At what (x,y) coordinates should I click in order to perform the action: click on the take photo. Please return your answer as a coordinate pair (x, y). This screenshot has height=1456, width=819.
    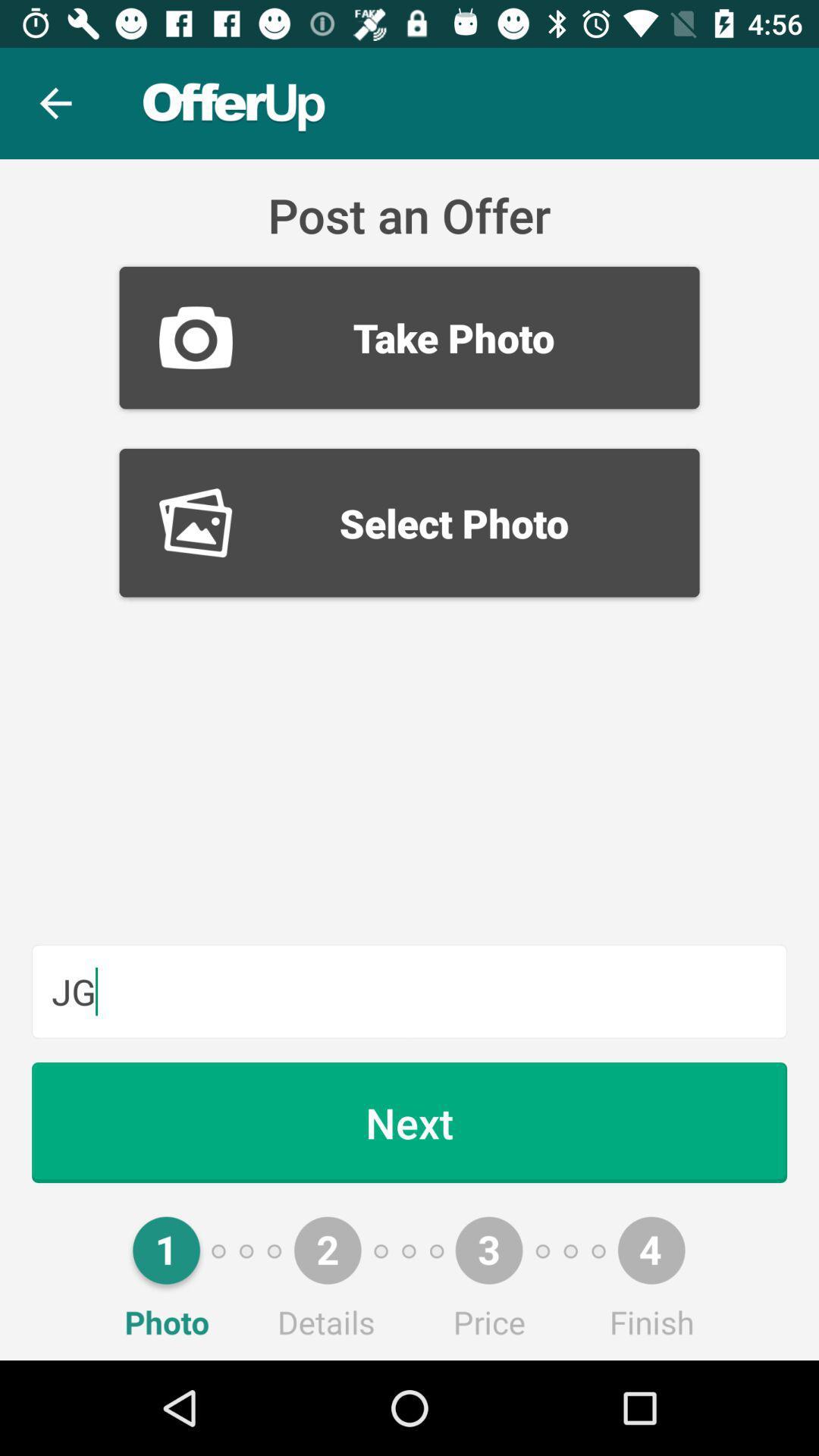
    Looking at the image, I should click on (409, 337).